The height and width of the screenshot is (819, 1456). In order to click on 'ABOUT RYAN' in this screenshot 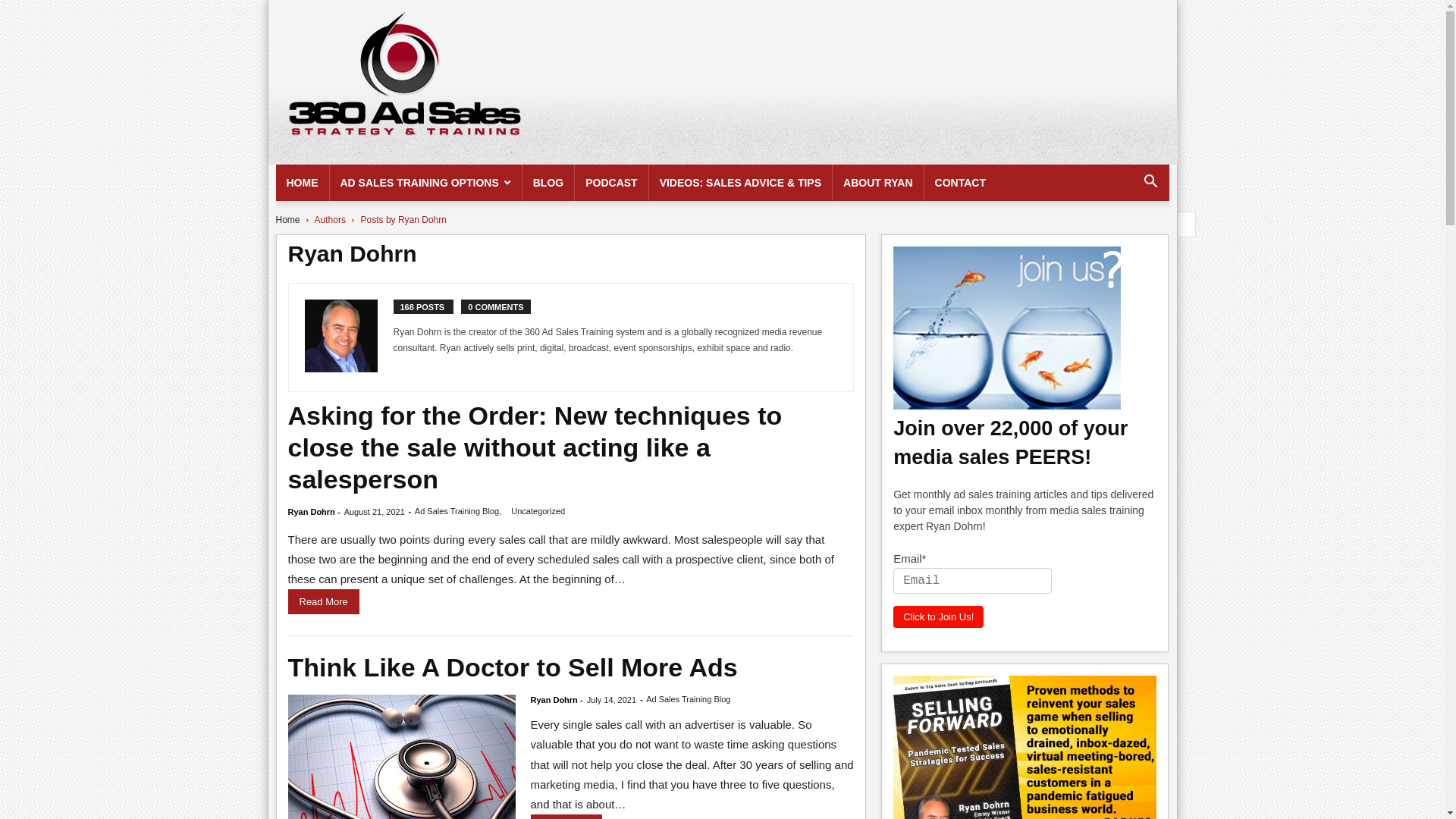, I will do `click(877, 181)`.